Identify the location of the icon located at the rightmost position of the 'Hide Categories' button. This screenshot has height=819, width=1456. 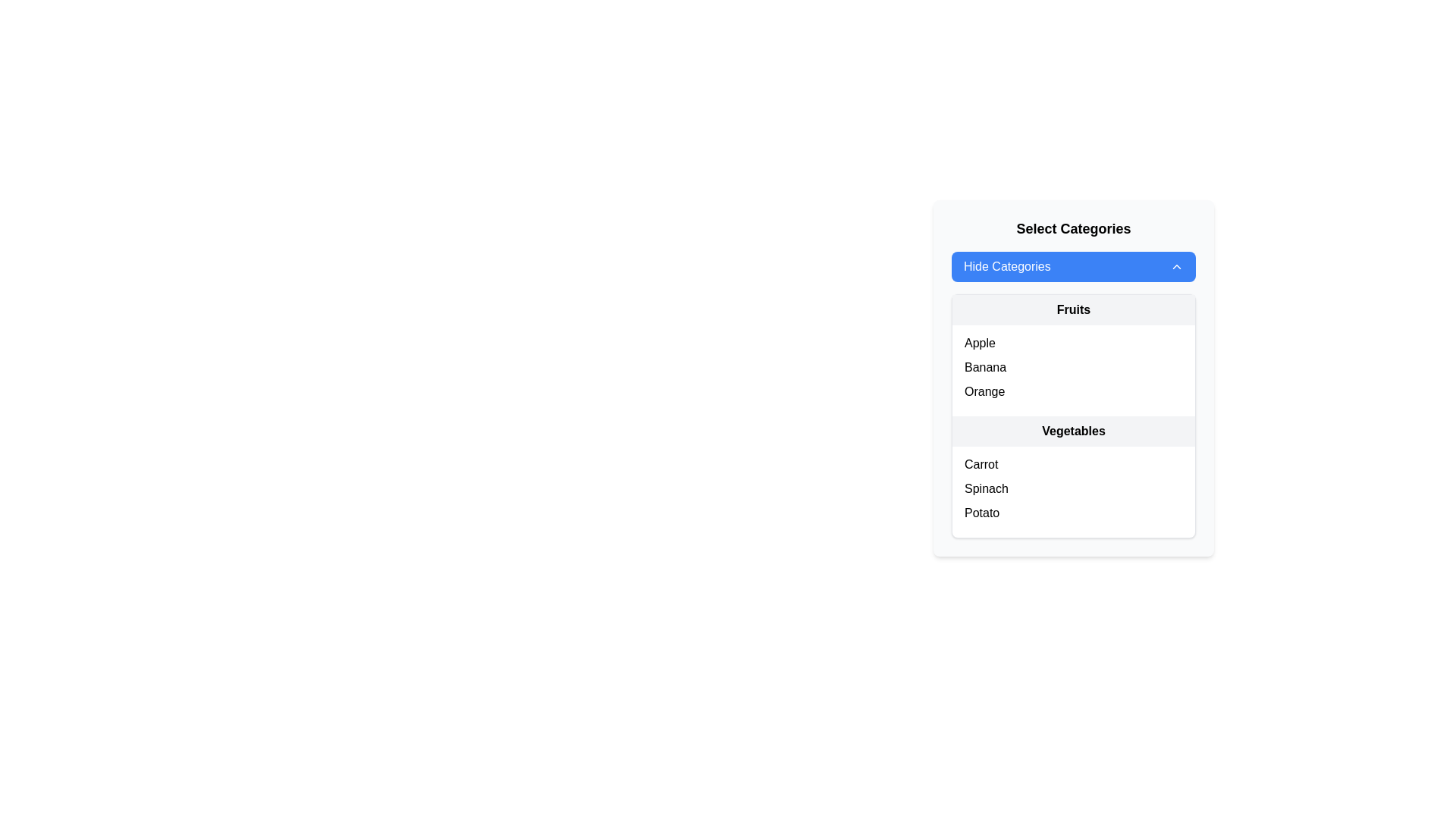
(1175, 265).